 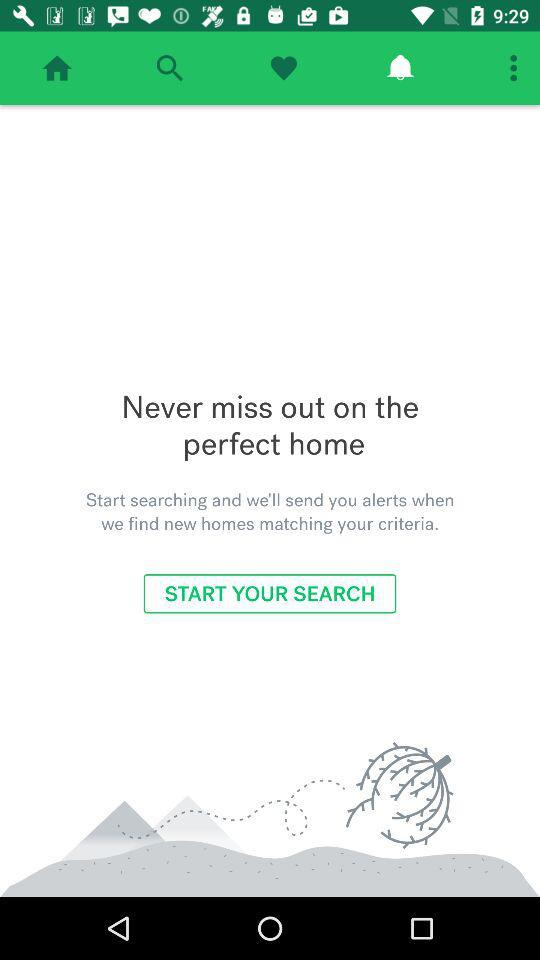 I want to click on the post, so click(x=282, y=68).